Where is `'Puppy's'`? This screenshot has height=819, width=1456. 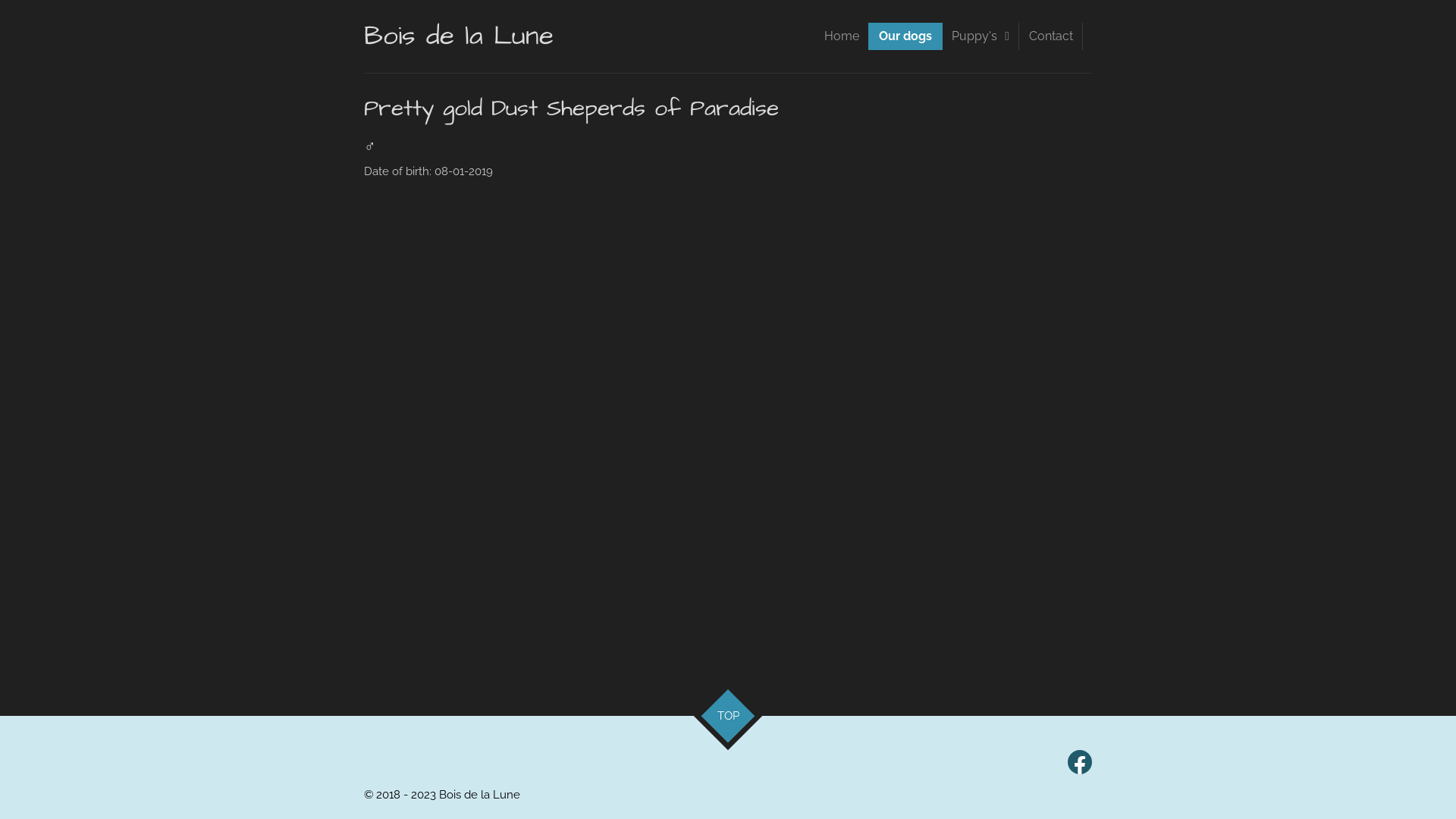
'Puppy's' is located at coordinates (980, 35).